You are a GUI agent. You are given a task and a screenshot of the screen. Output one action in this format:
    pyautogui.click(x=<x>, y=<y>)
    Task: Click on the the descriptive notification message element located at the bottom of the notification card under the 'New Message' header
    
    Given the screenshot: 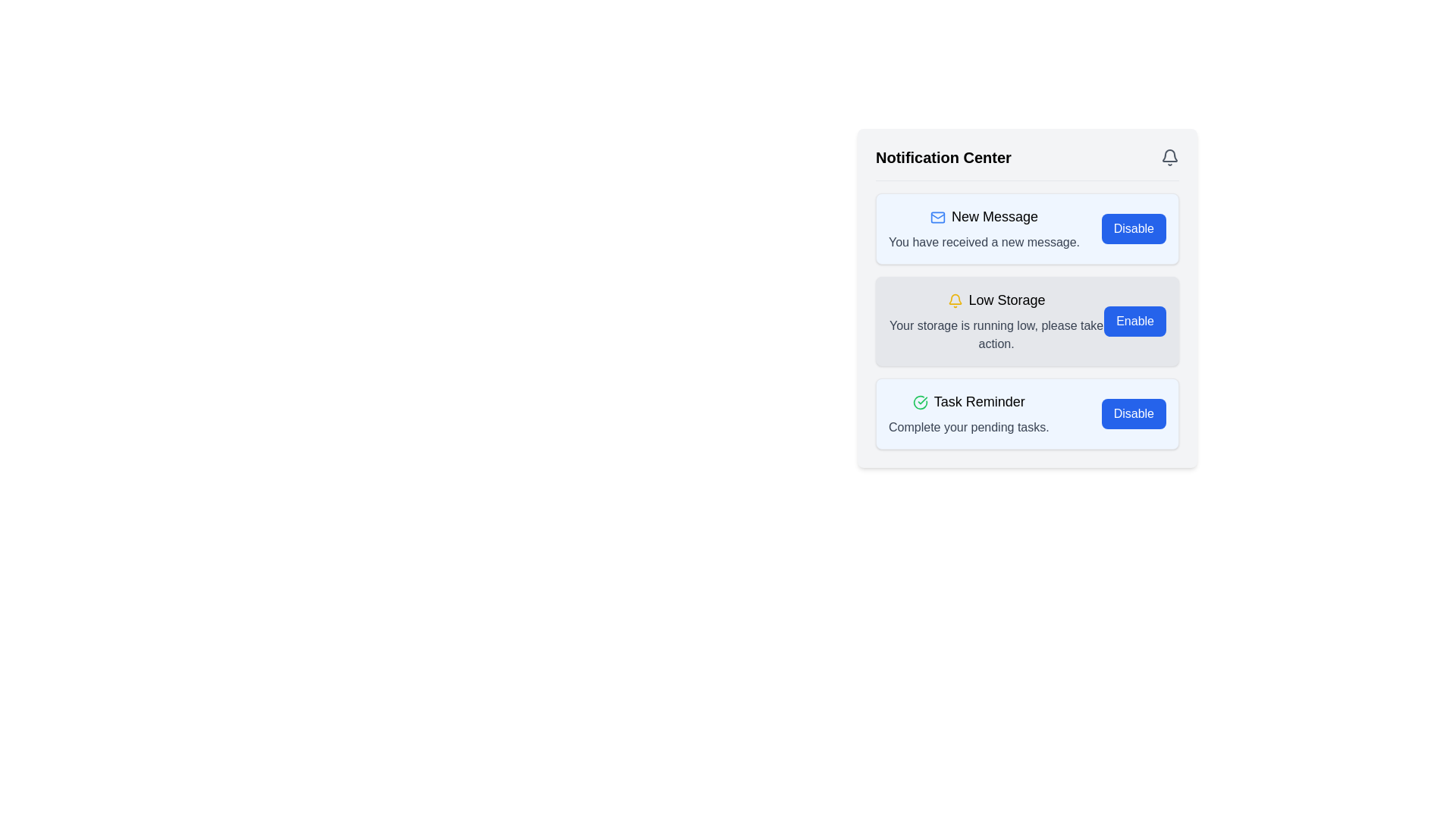 What is the action you would take?
    pyautogui.click(x=984, y=242)
    